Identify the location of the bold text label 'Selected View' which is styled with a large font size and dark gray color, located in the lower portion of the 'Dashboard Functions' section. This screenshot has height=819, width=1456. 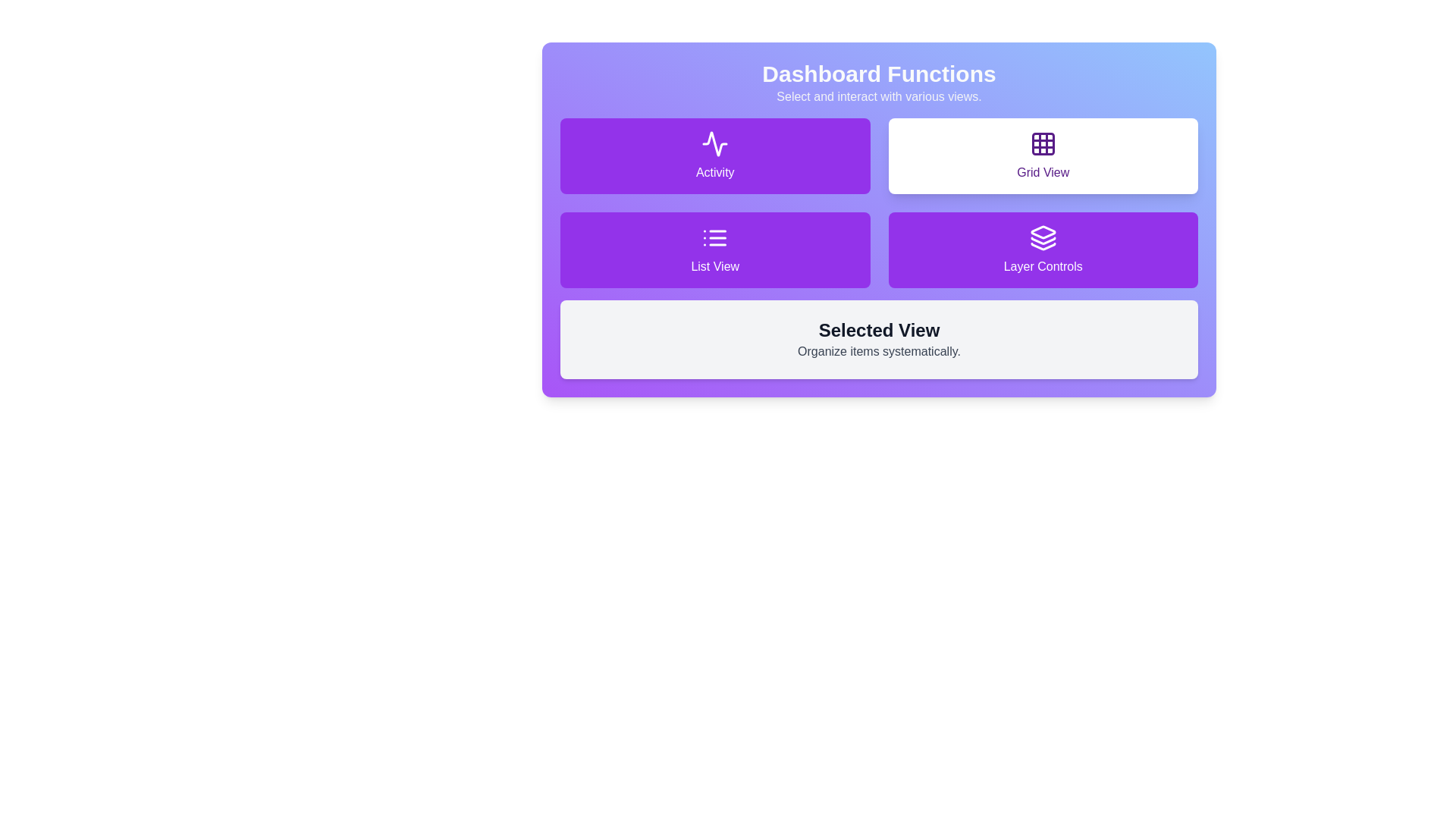
(879, 329).